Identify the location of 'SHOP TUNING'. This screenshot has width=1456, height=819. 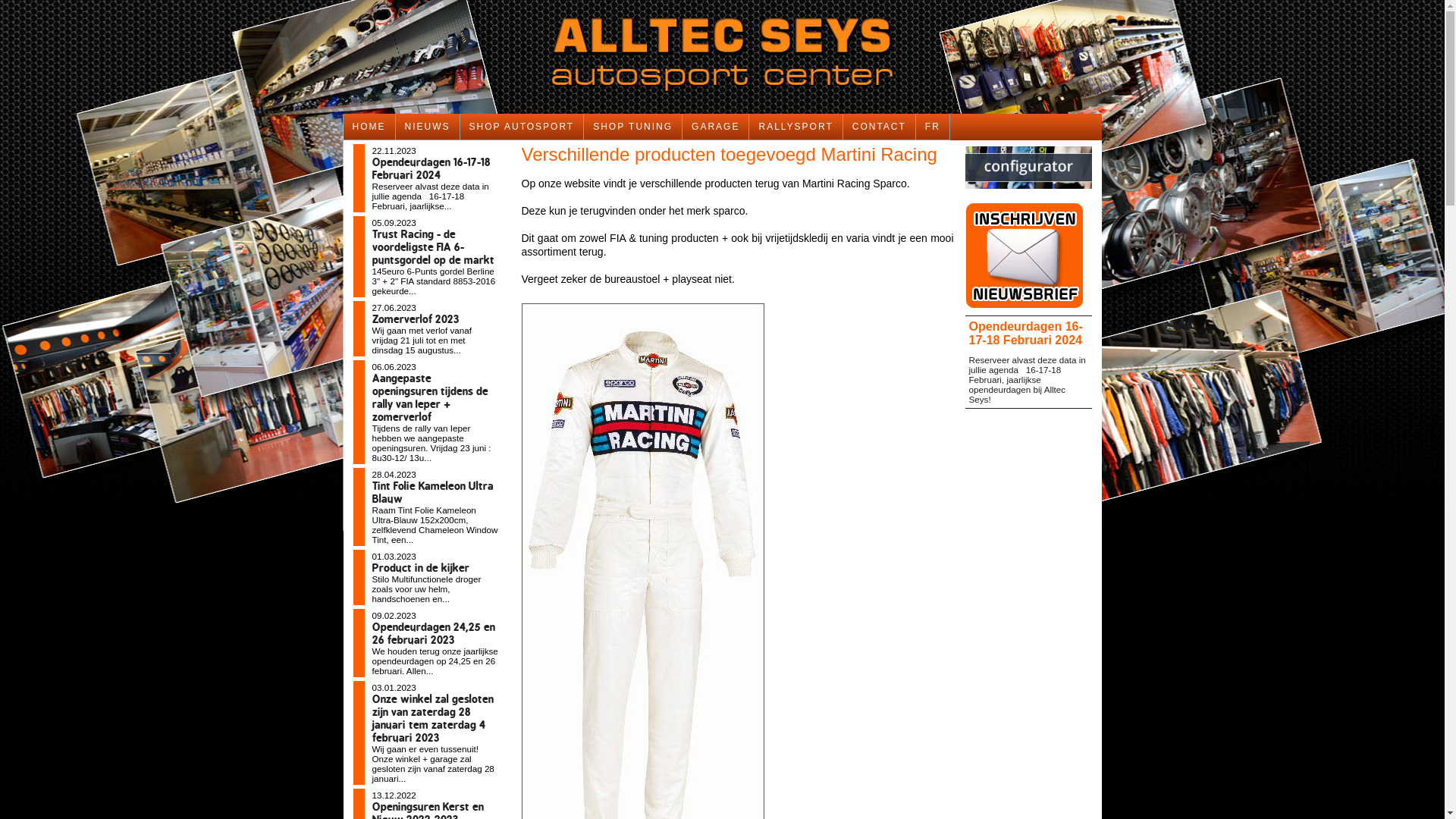
(633, 126).